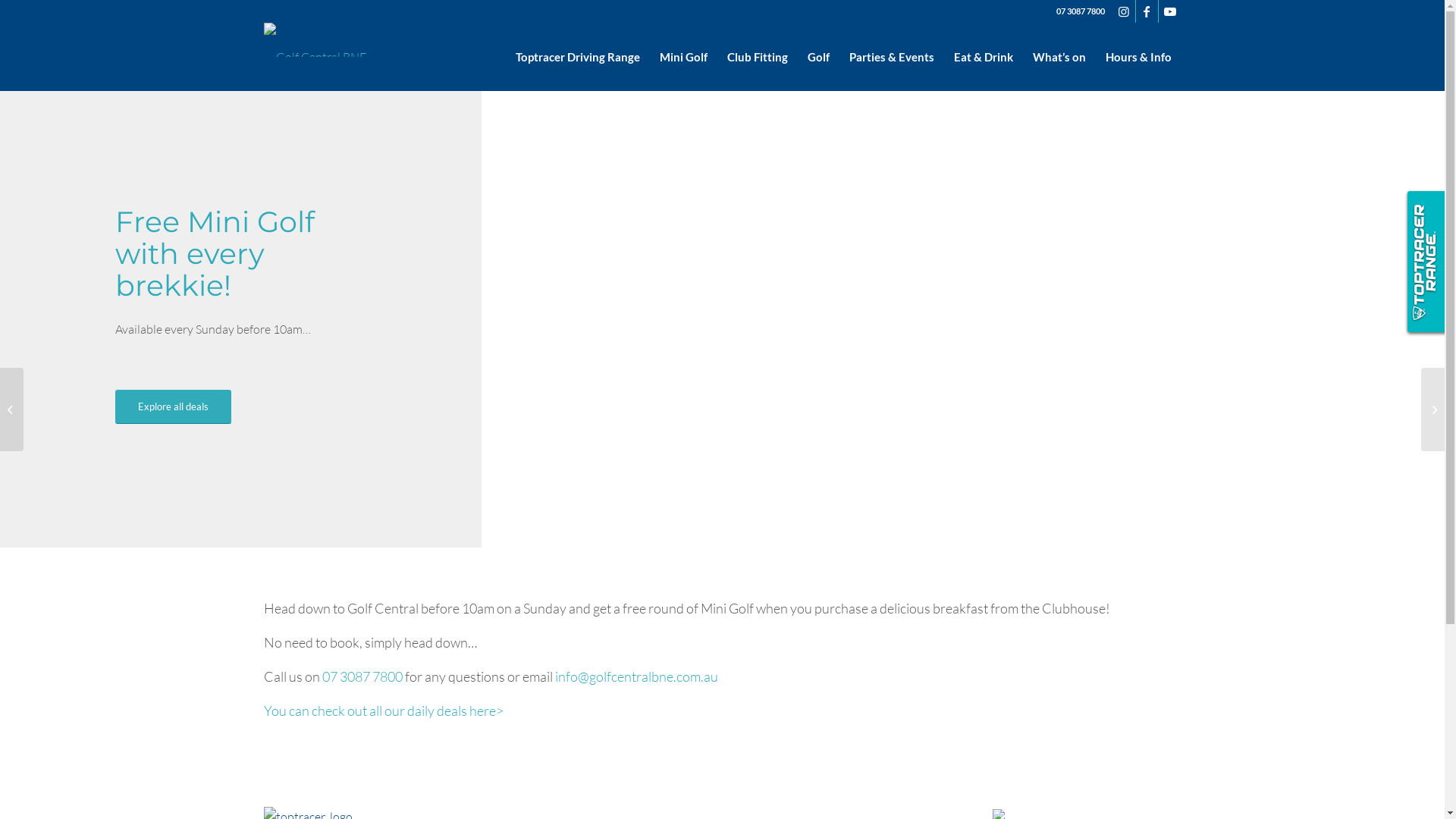  Describe the element at coordinates (320, 675) in the screenshot. I see `'07 3087 7800'` at that location.